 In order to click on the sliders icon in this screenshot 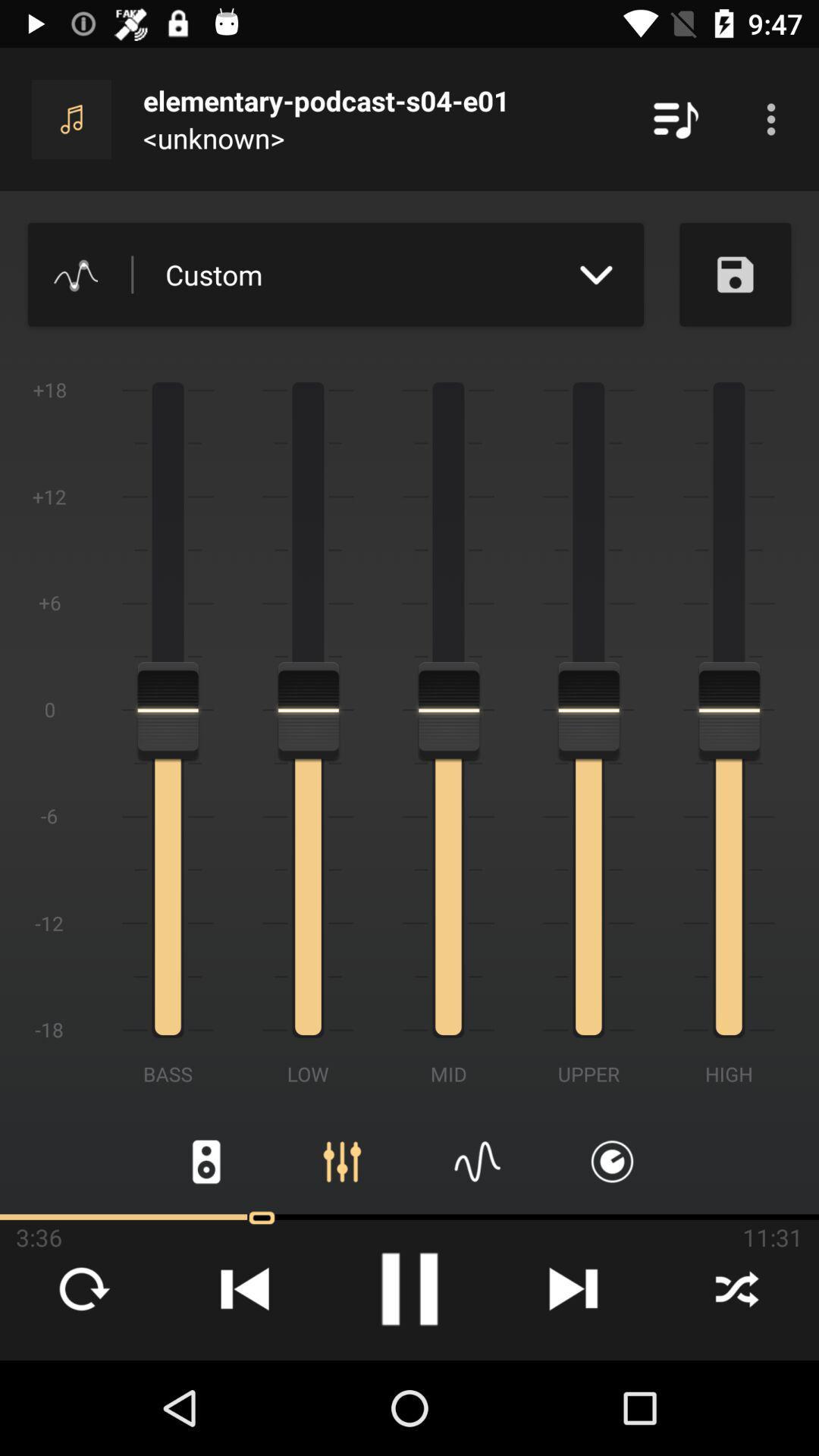, I will do `click(341, 1160)`.